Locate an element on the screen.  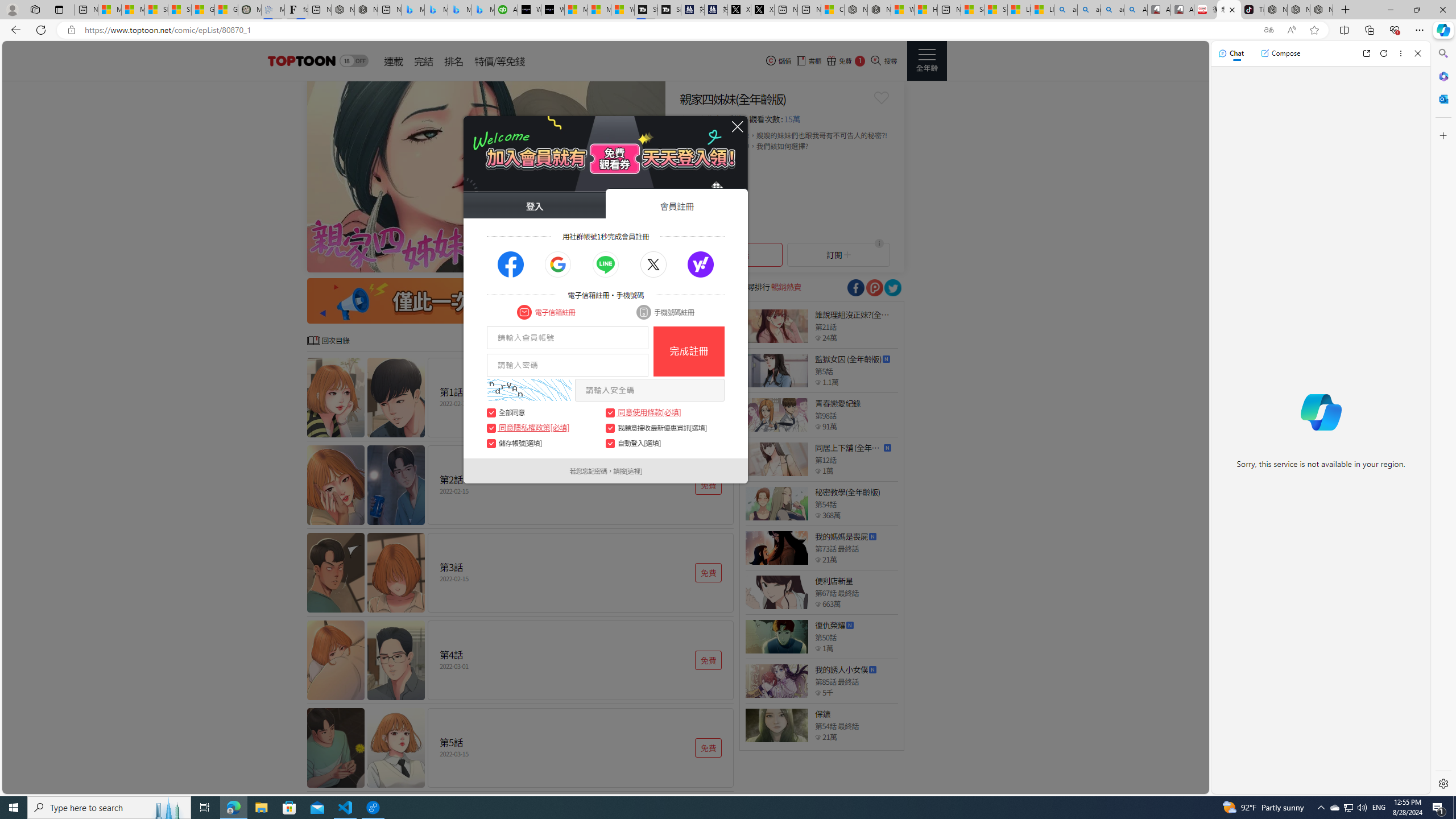
'Side bar' is located at coordinates (1443, 418).